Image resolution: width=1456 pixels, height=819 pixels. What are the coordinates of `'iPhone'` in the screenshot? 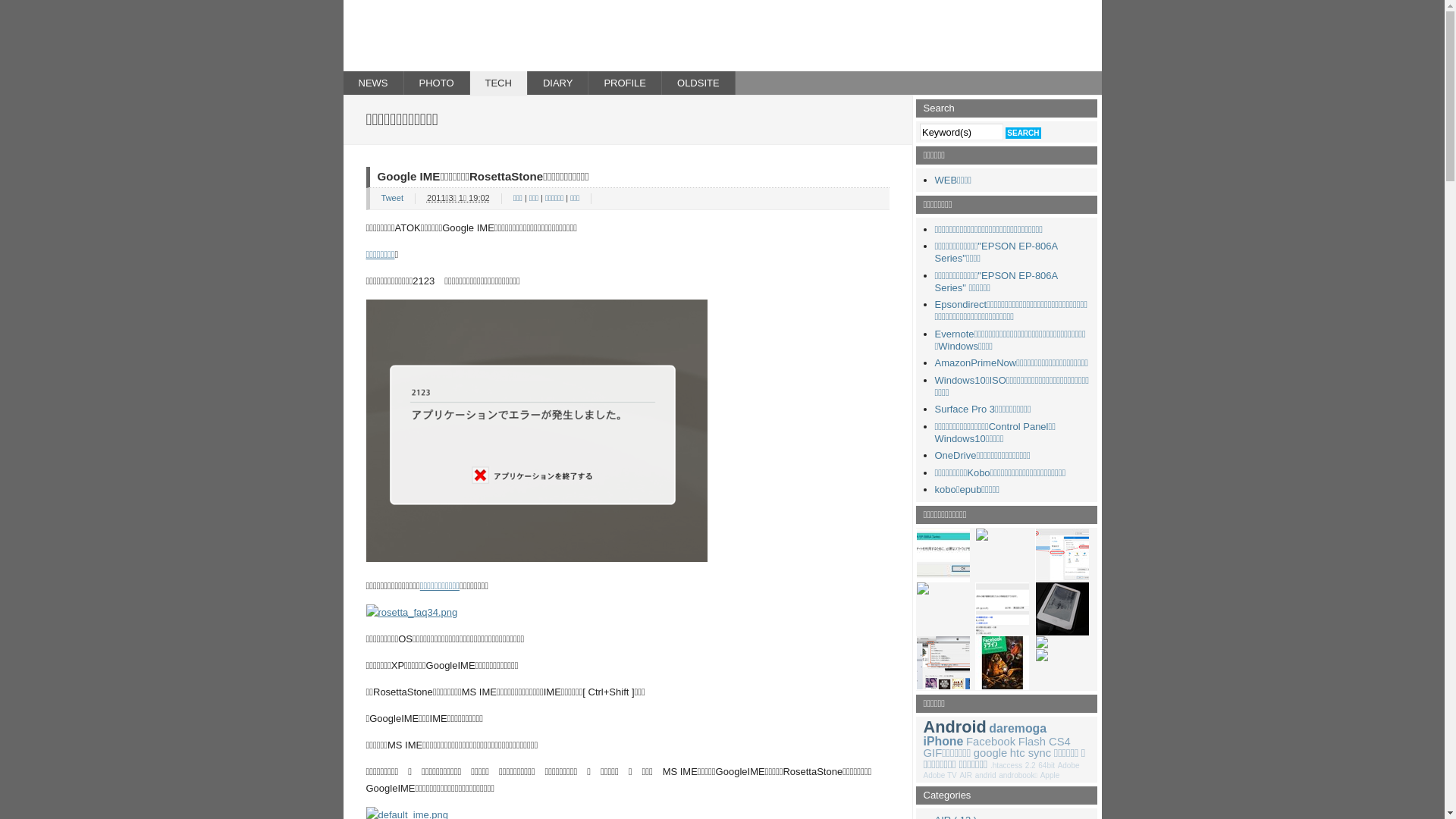 It's located at (923, 740).